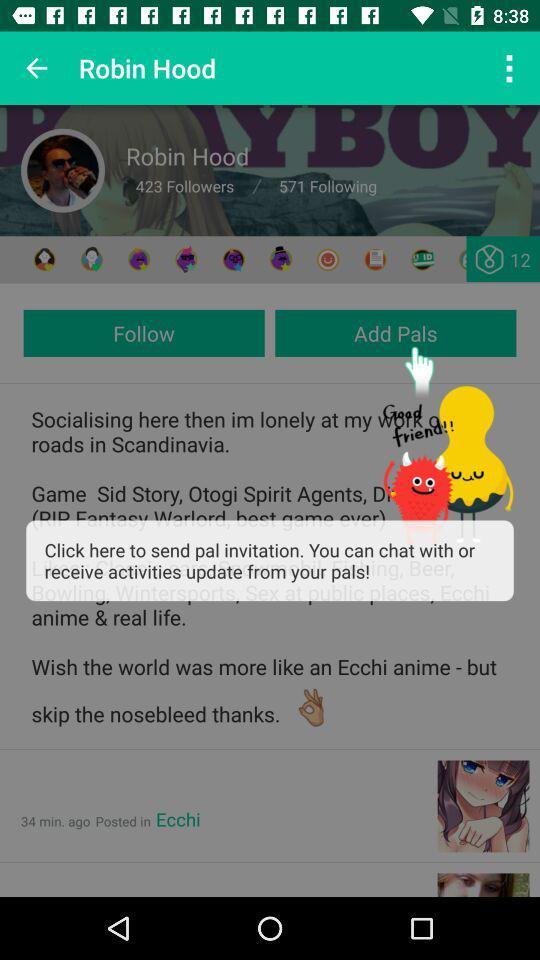 This screenshot has height=960, width=540. Describe the element at coordinates (44, 258) in the screenshot. I see `a pal in the app` at that location.